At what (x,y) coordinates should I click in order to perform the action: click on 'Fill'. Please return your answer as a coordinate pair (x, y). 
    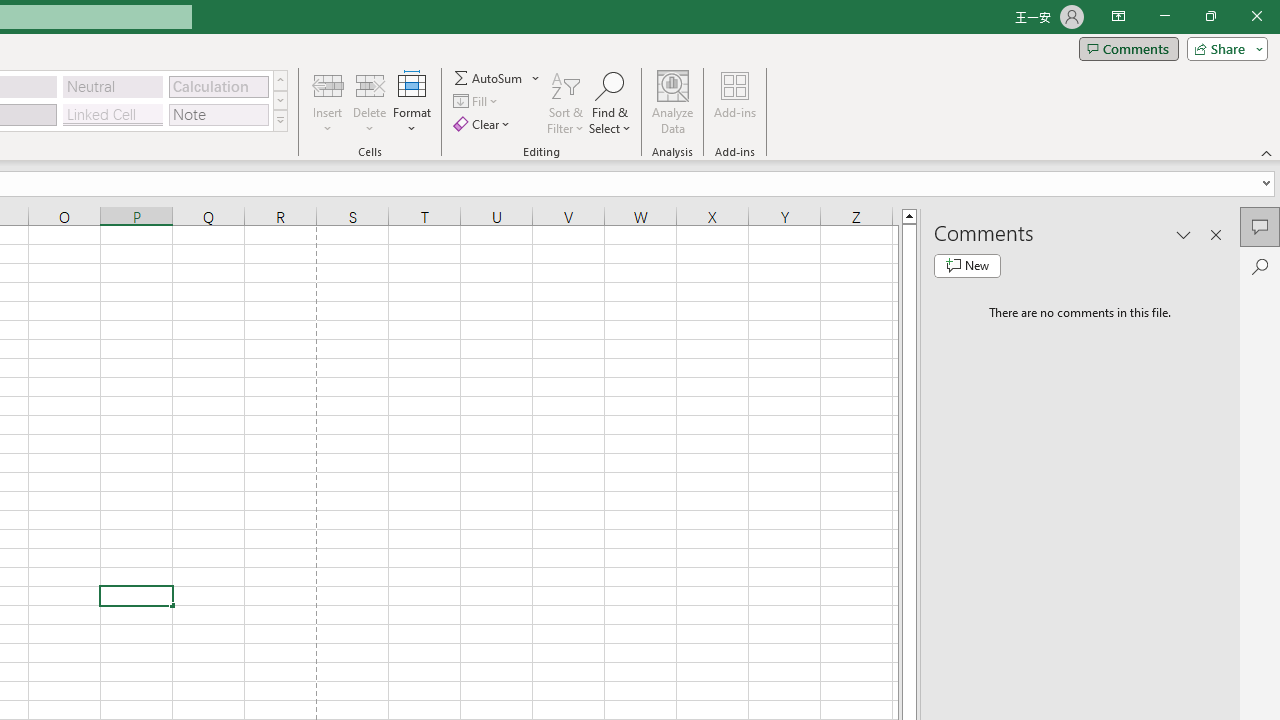
    Looking at the image, I should click on (477, 101).